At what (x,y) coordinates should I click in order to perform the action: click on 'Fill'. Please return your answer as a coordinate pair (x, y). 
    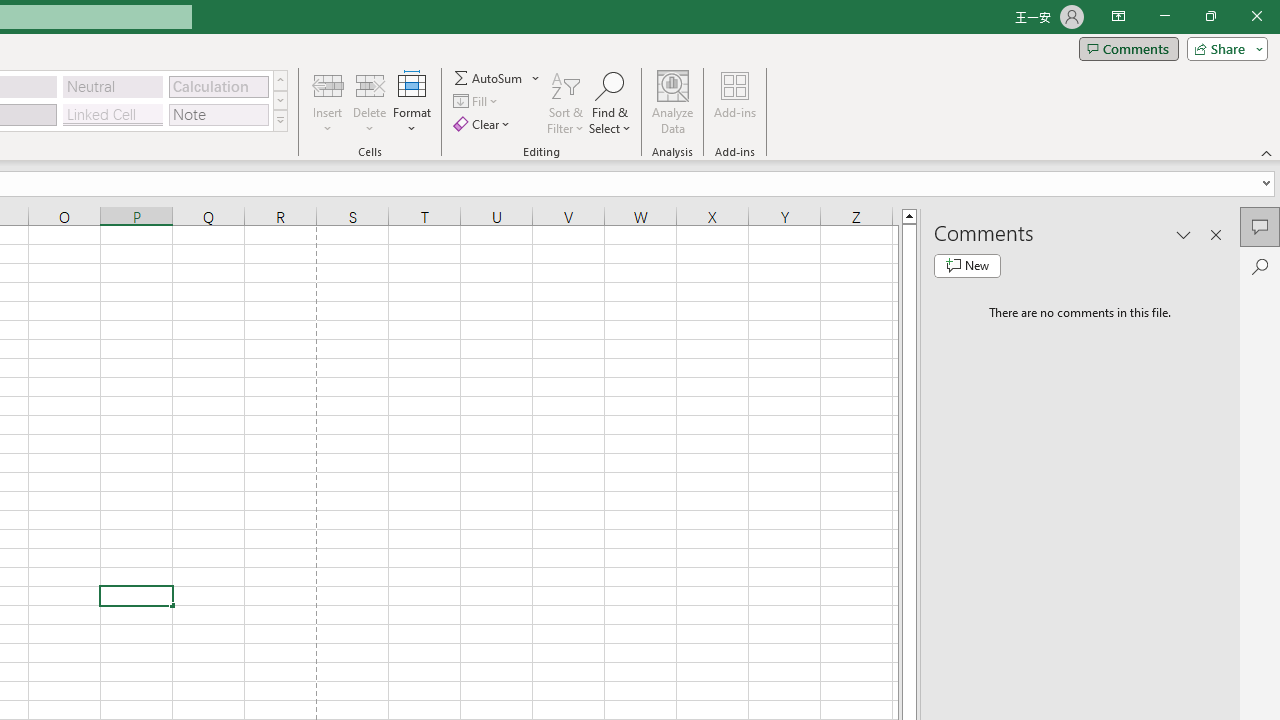
    Looking at the image, I should click on (477, 101).